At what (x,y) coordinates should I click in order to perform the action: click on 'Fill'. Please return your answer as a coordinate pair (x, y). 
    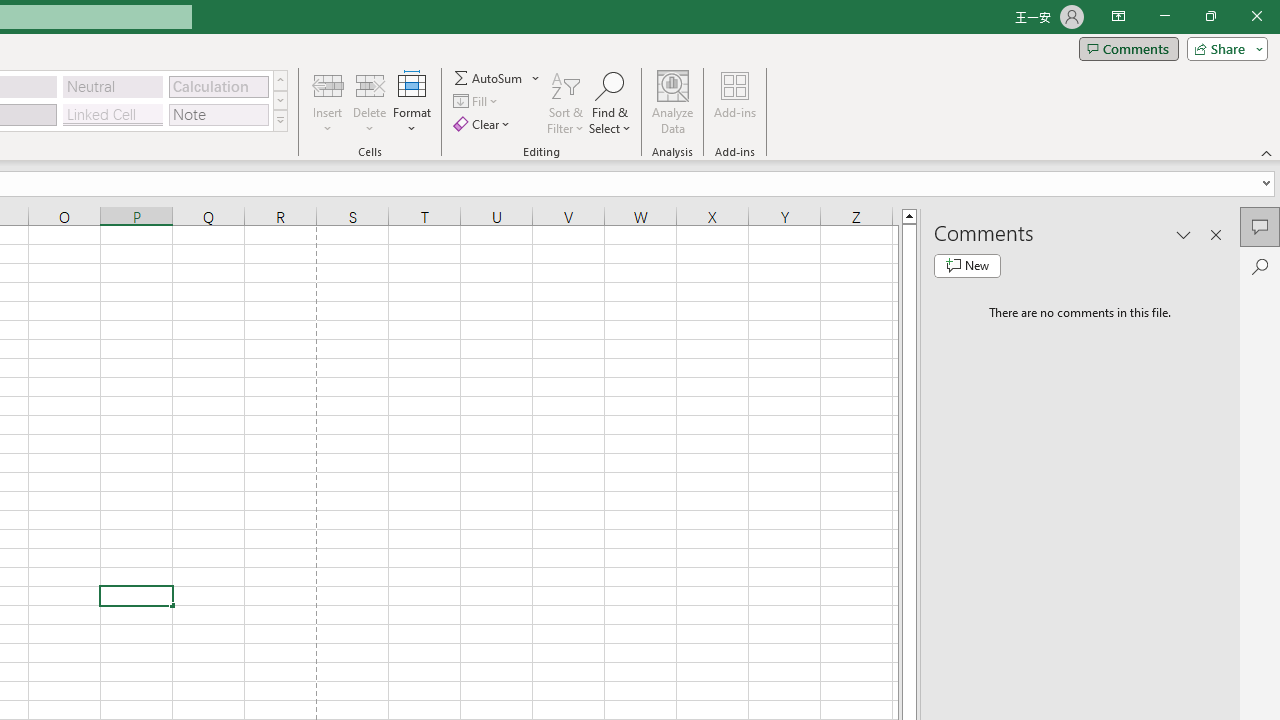
    Looking at the image, I should click on (477, 101).